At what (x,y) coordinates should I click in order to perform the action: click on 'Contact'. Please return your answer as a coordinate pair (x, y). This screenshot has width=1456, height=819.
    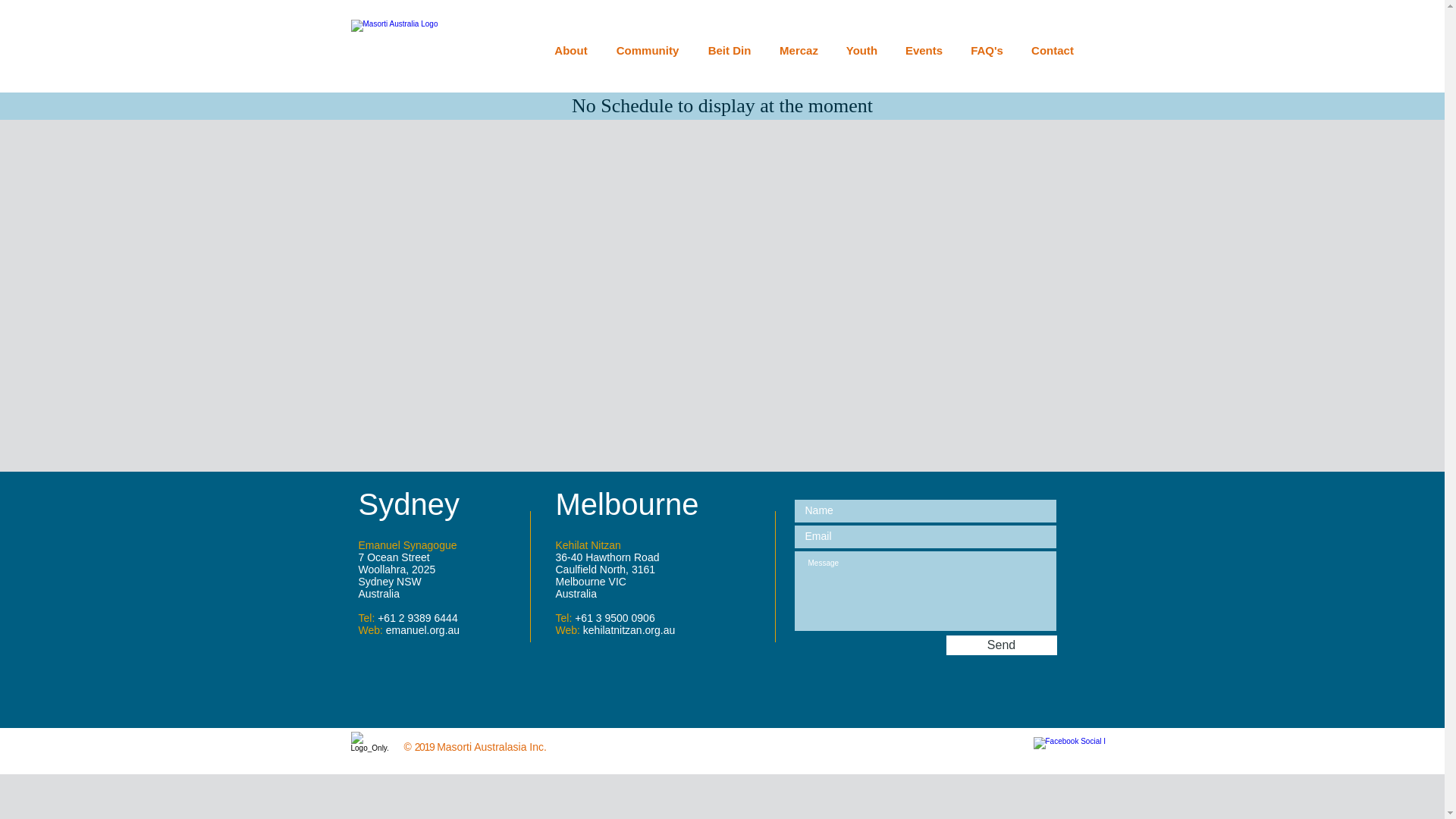
    Looking at the image, I should click on (1052, 49).